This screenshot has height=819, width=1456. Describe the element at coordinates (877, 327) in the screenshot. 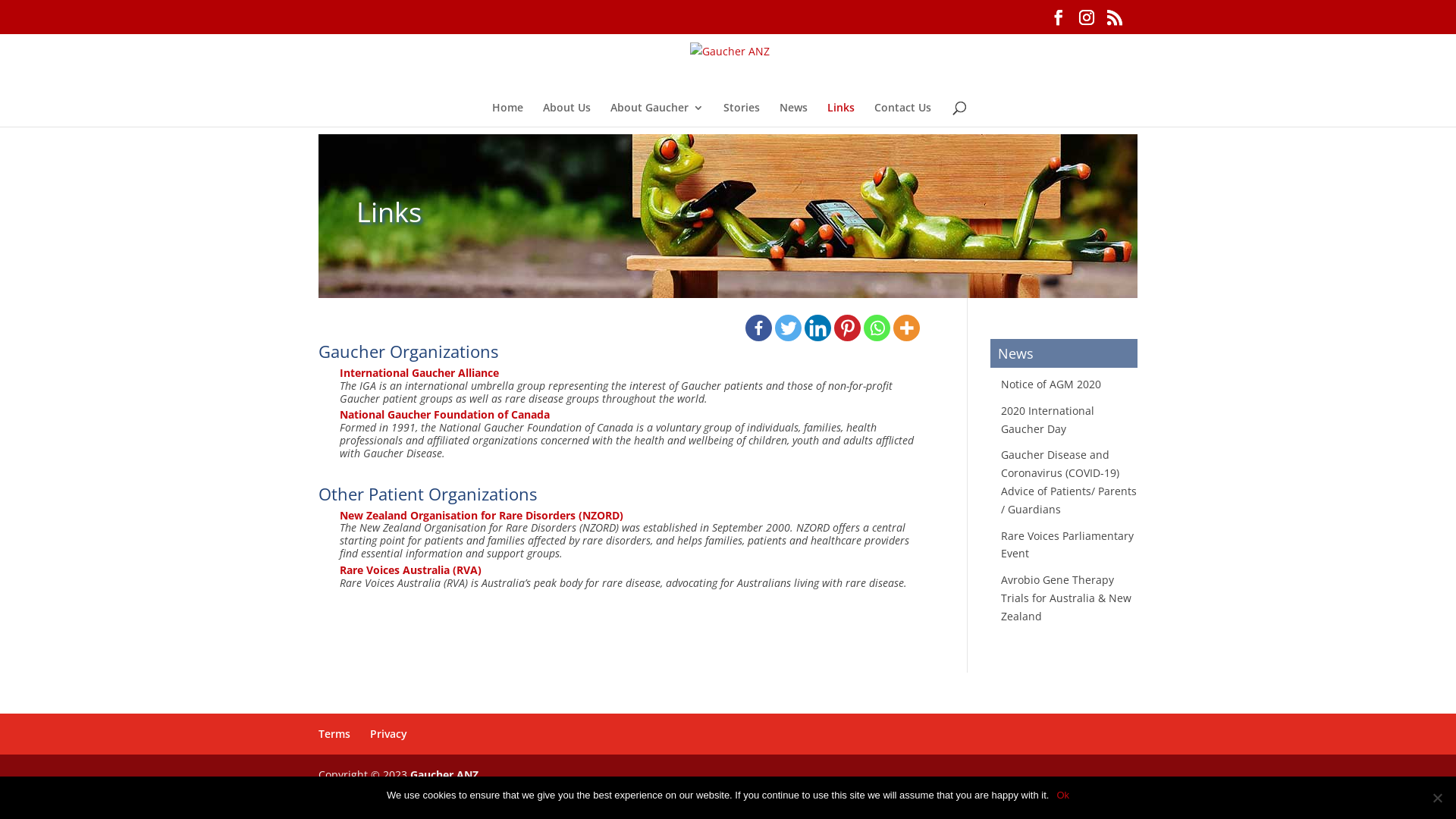

I see `'Whatsapp'` at that location.